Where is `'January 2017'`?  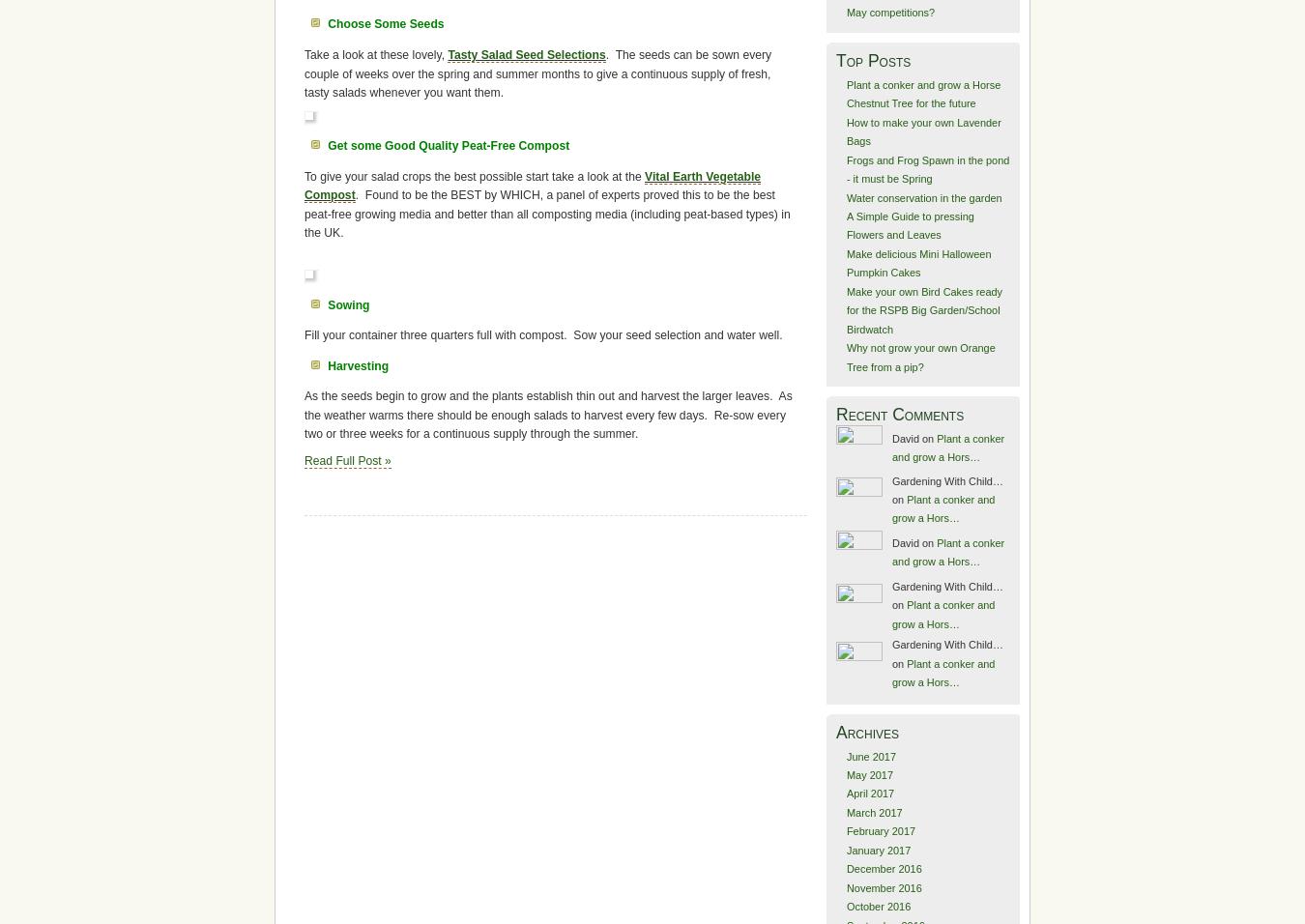 'January 2017' is located at coordinates (877, 850).